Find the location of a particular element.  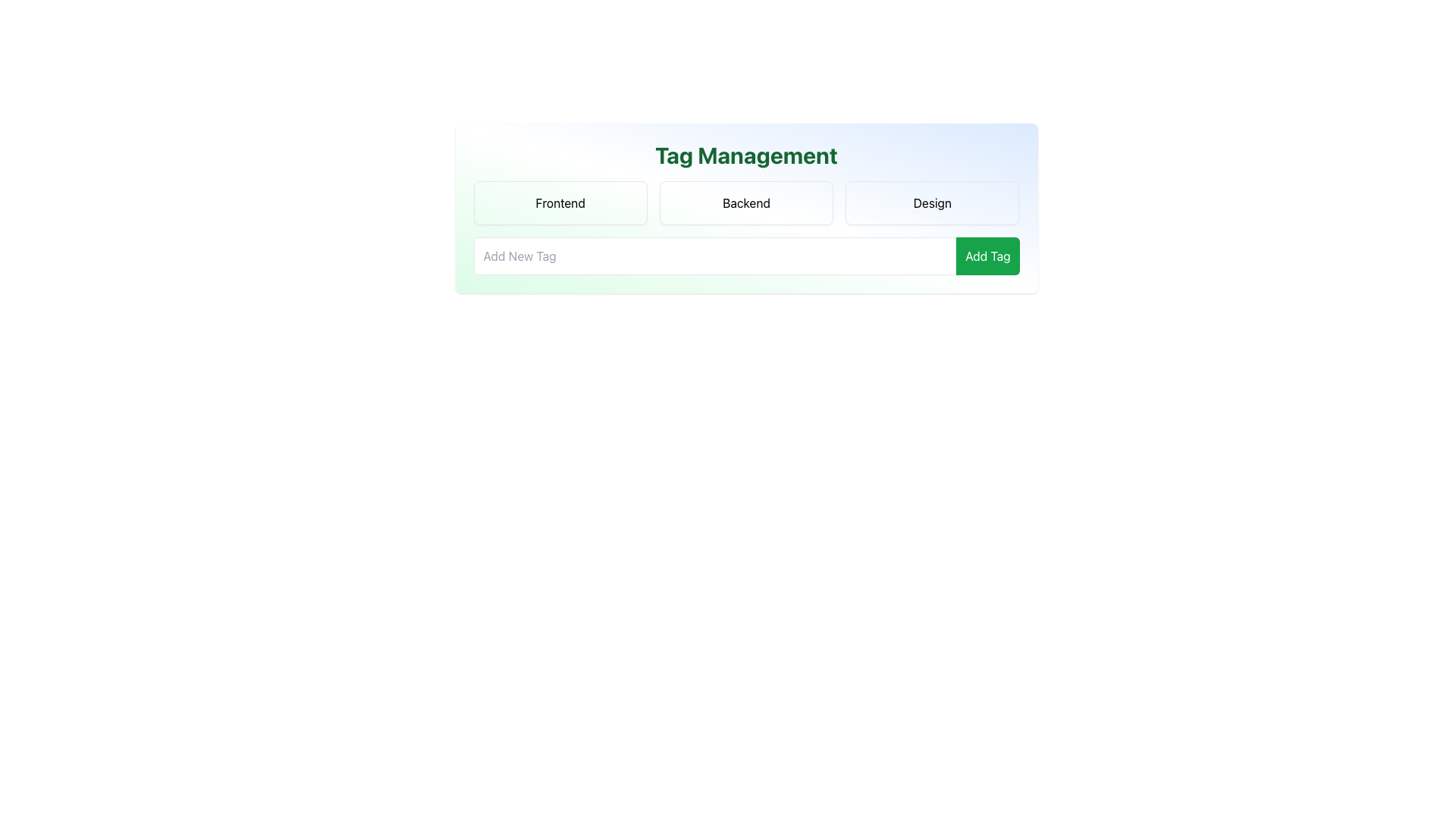

the 'Backend' button, which is a rectangular interactive component with rounded corners positioned beneath 'Tag Management' is located at coordinates (746, 208).